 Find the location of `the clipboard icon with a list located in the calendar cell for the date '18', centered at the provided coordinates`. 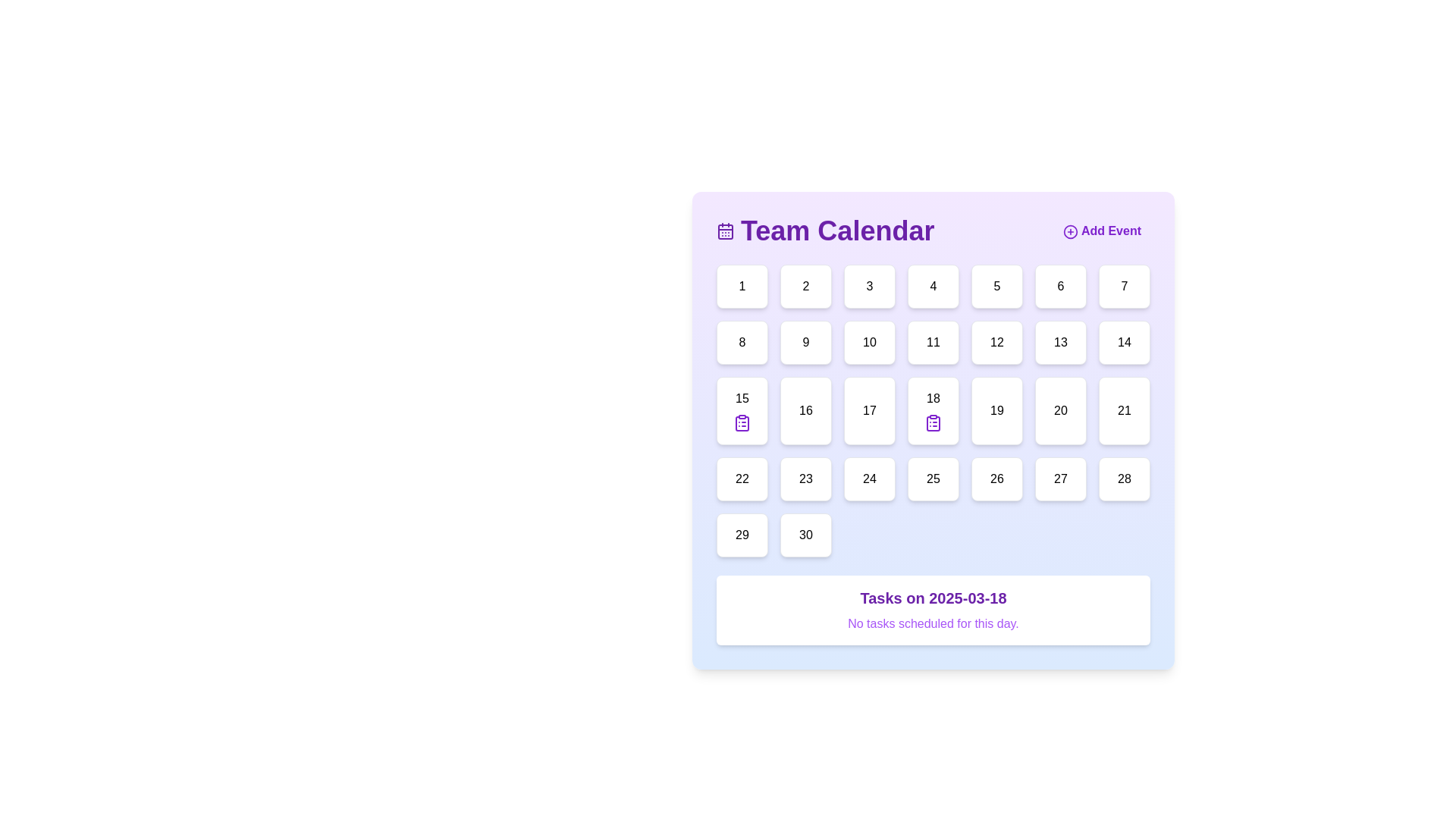

the clipboard icon with a list located in the calendar cell for the date '18', centered at the provided coordinates is located at coordinates (932, 423).